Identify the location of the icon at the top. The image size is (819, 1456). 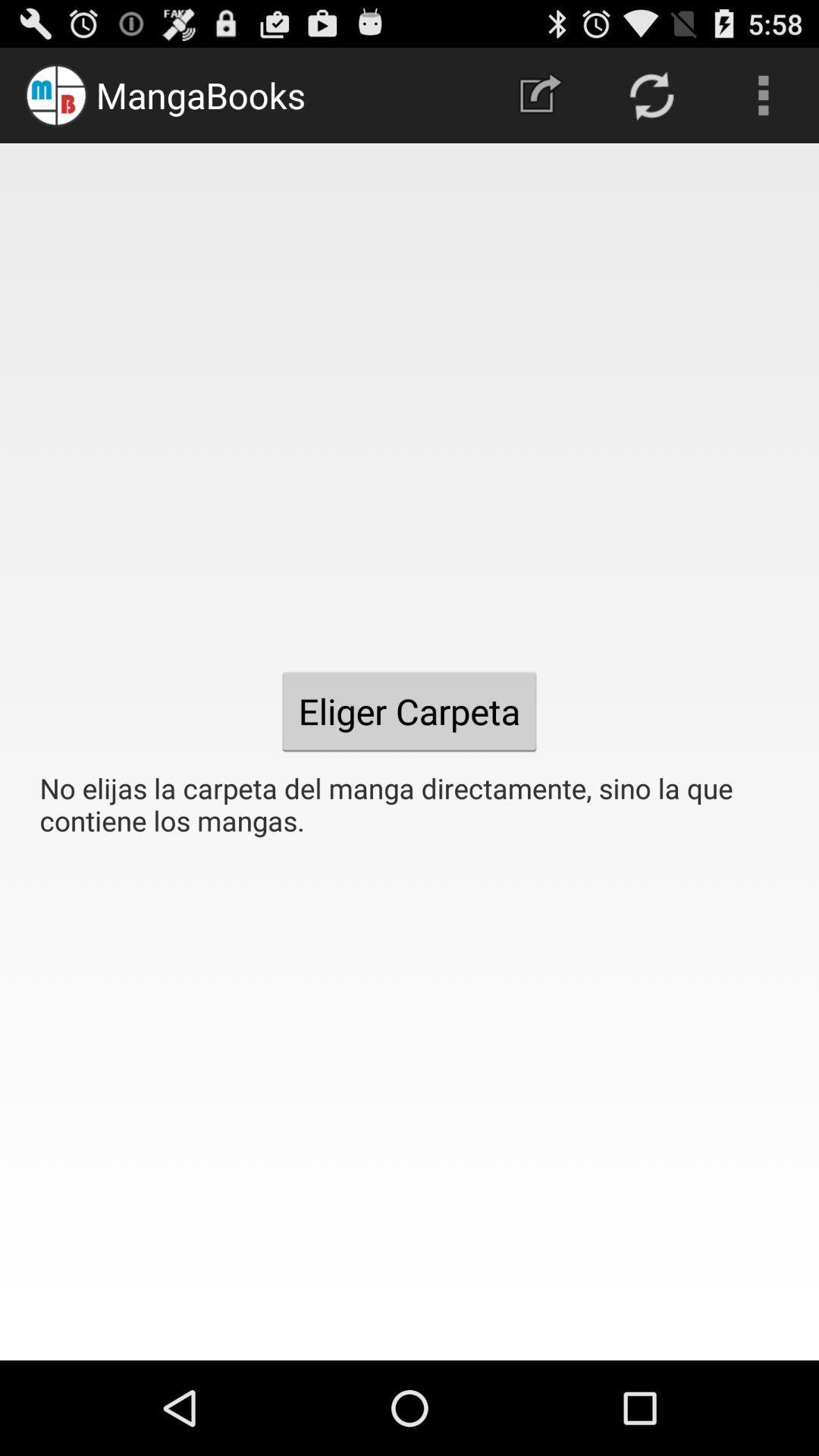
(539, 94).